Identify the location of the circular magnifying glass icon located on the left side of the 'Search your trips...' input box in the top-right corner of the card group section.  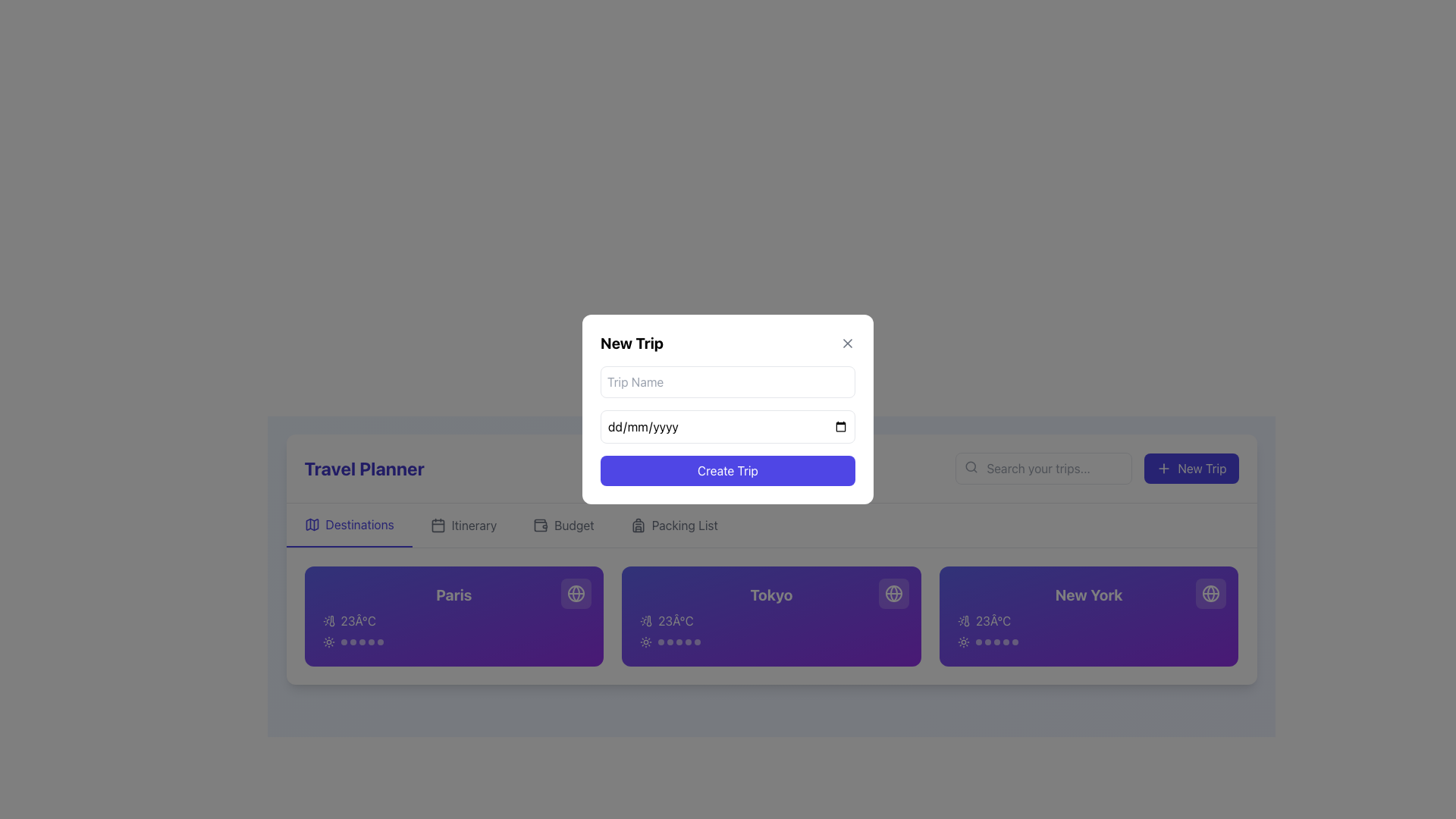
(971, 466).